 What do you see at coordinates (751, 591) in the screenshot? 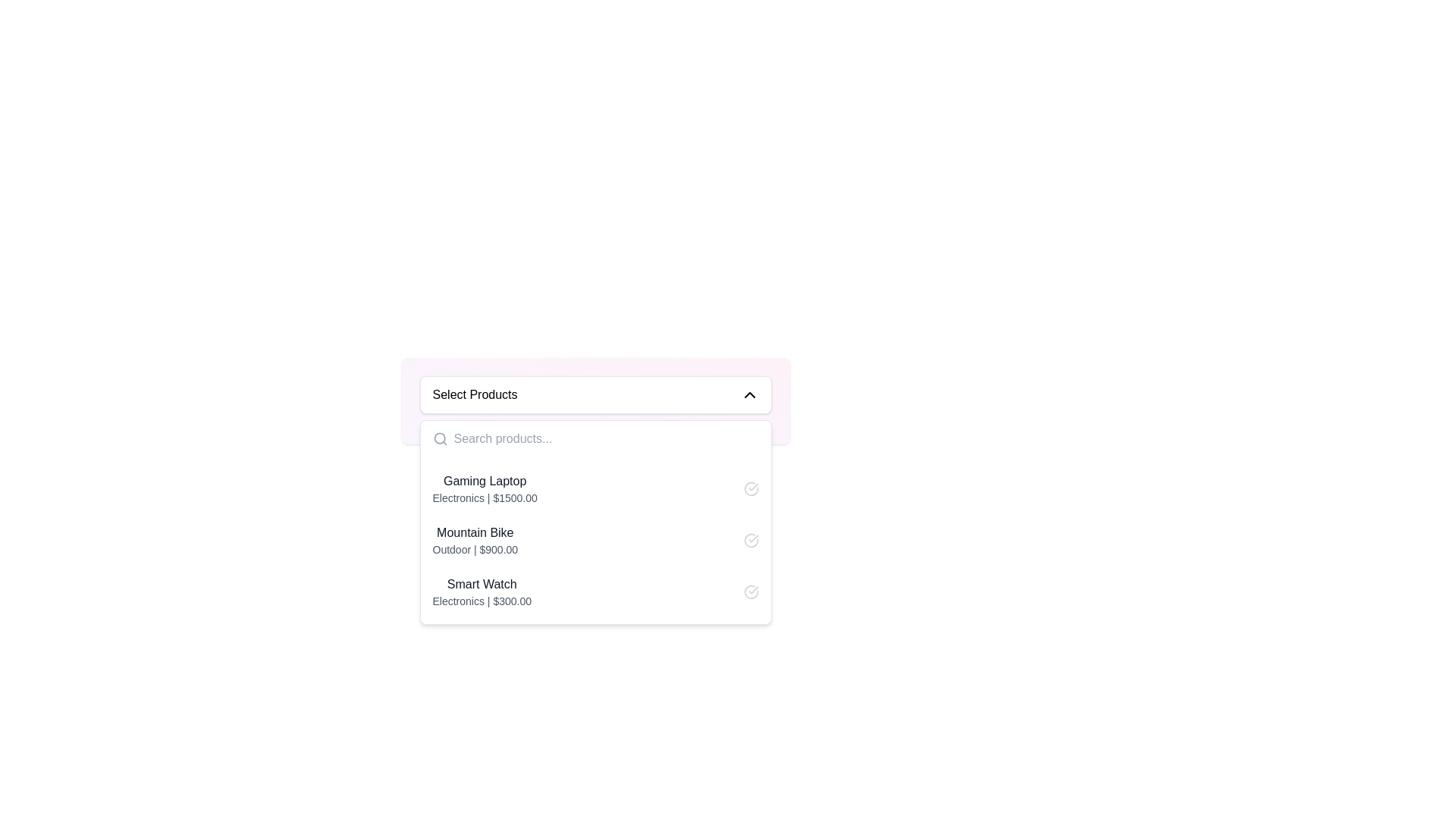
I see `the circular icon with a checkmark located at the right end of the 'Smart Watch' row in the dropdown list` at bounding box center [751, 591].